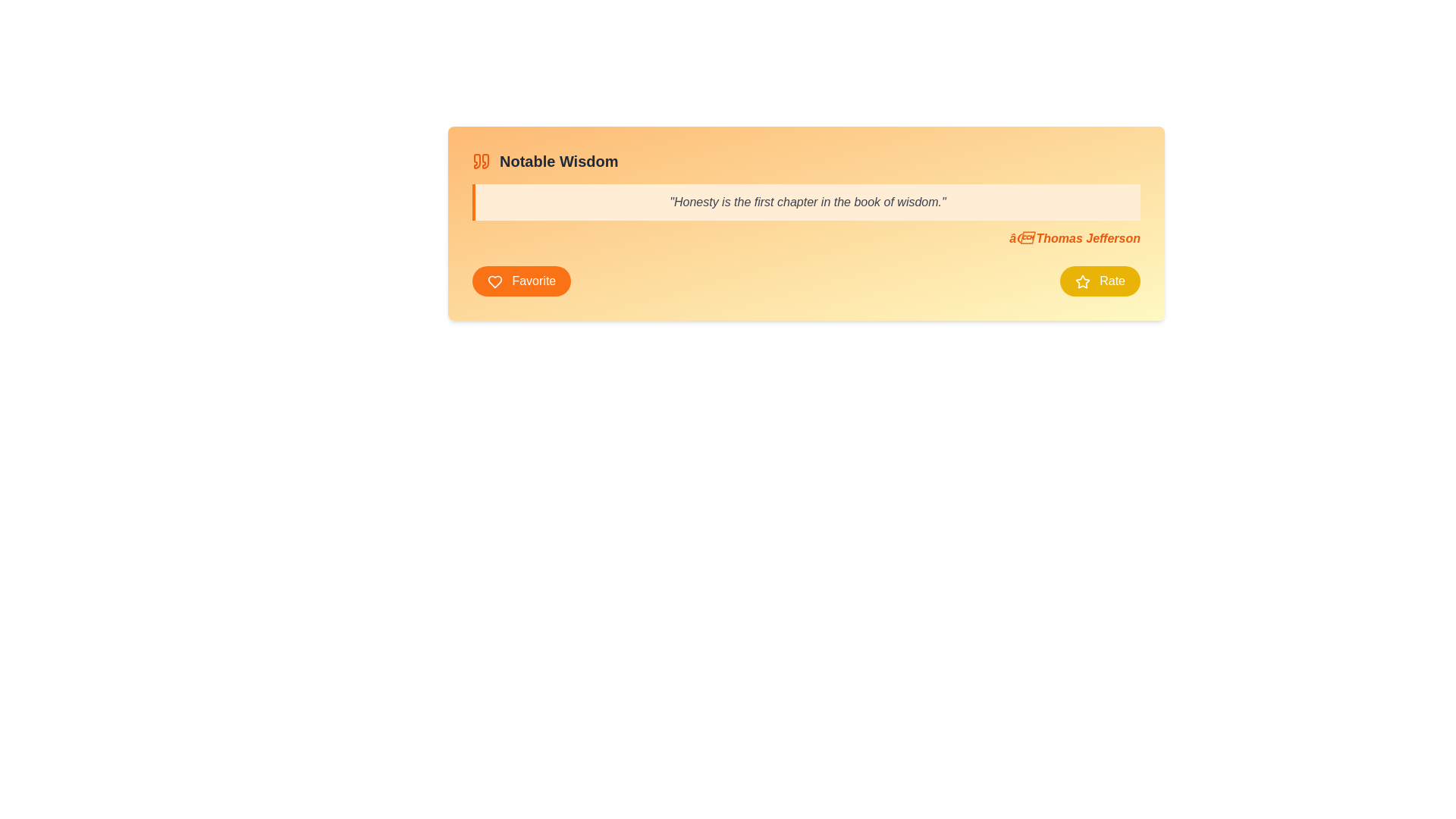  I want to click on the favorite button located at the bottom left of the panel, positioned to the left of the 'Rate' button, so click(522, 281).